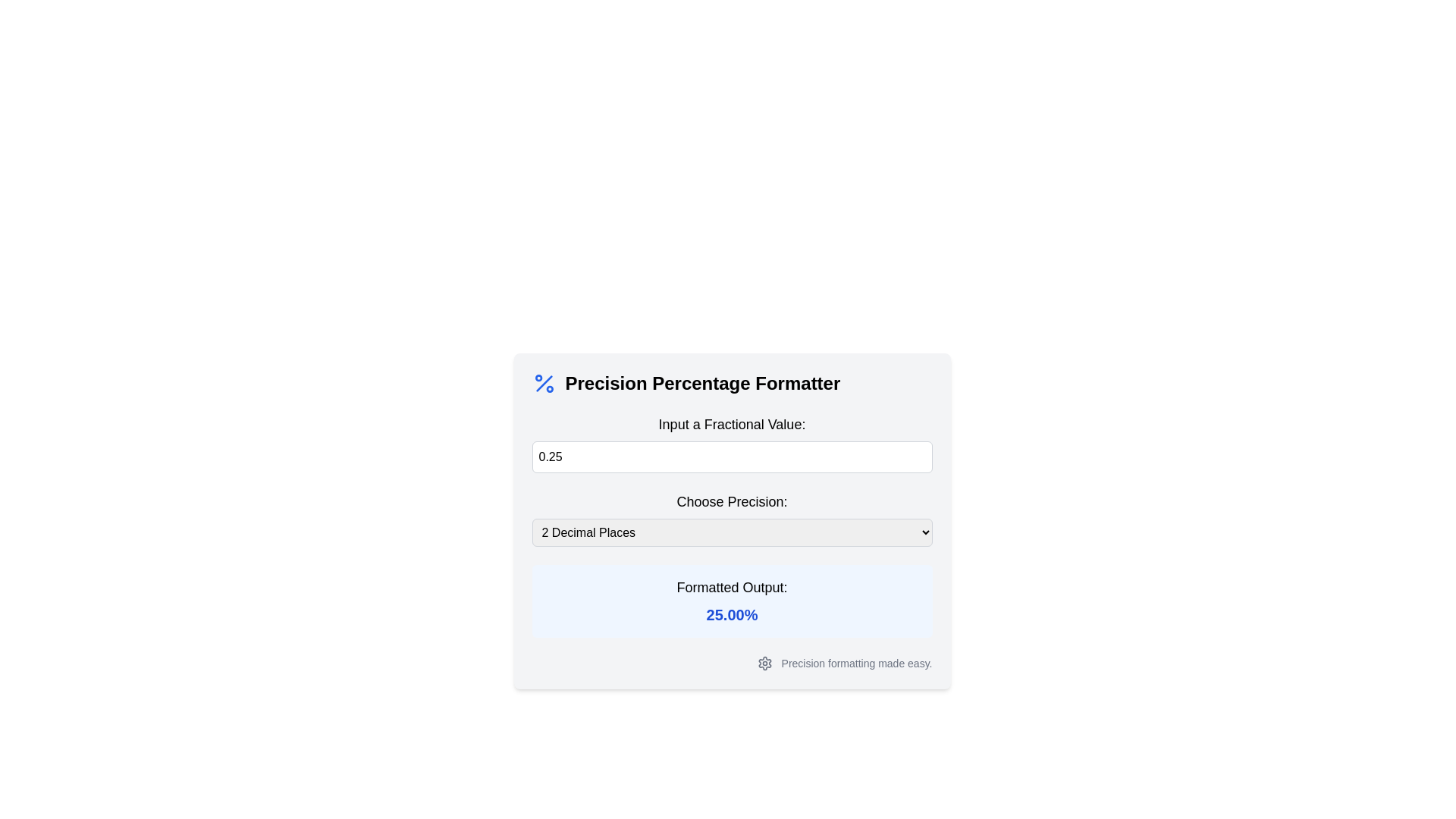 Image resolution: width=1456 pixels, height=819 pixels. I want to click on displayed content 'Formatted Output: 25.00%' from the Text Display element which shows the text in normal and bold styles, so click(732, 601).